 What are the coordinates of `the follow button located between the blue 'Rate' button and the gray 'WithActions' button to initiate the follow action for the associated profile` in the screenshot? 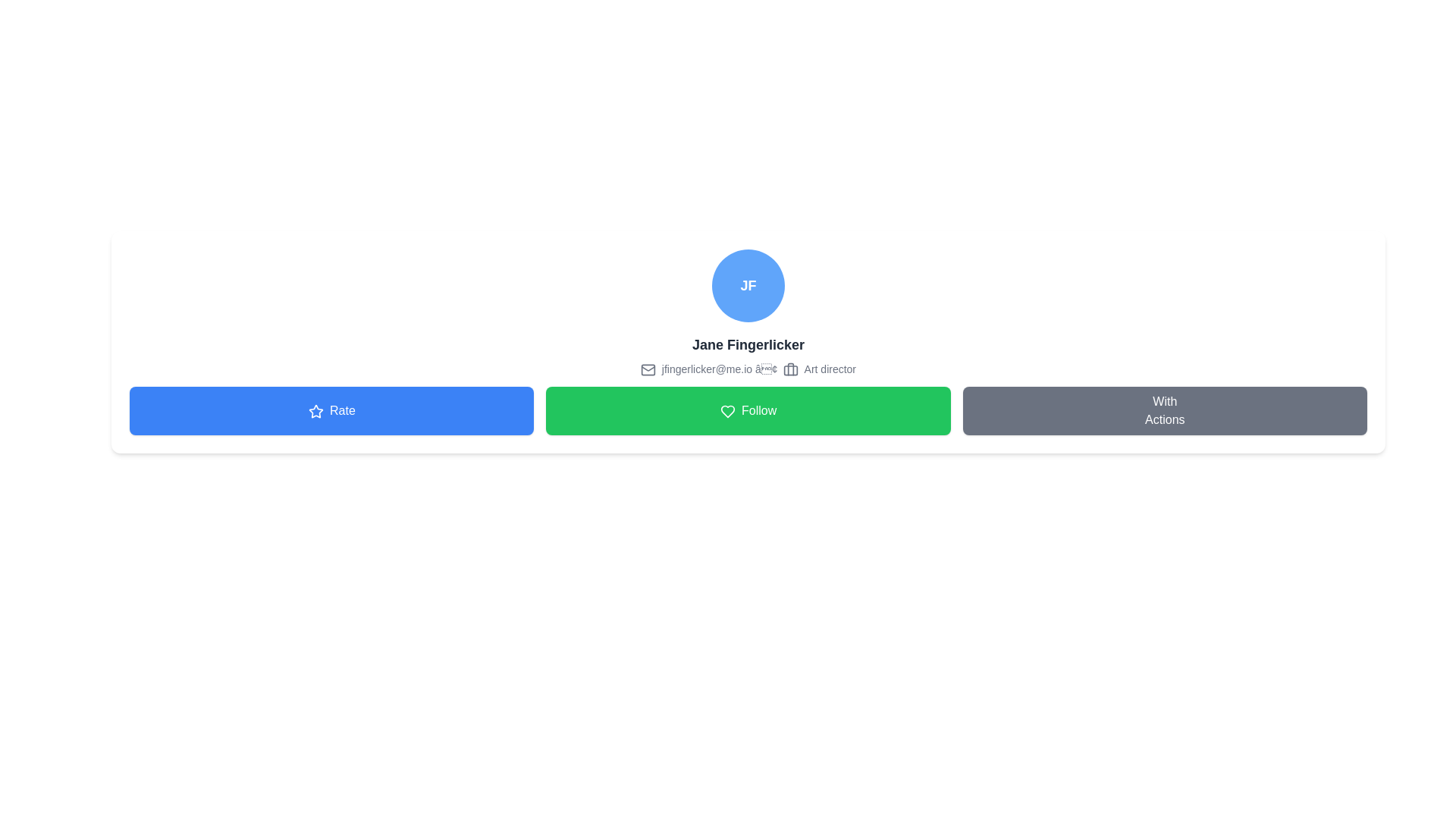 It's located at (748, 411).